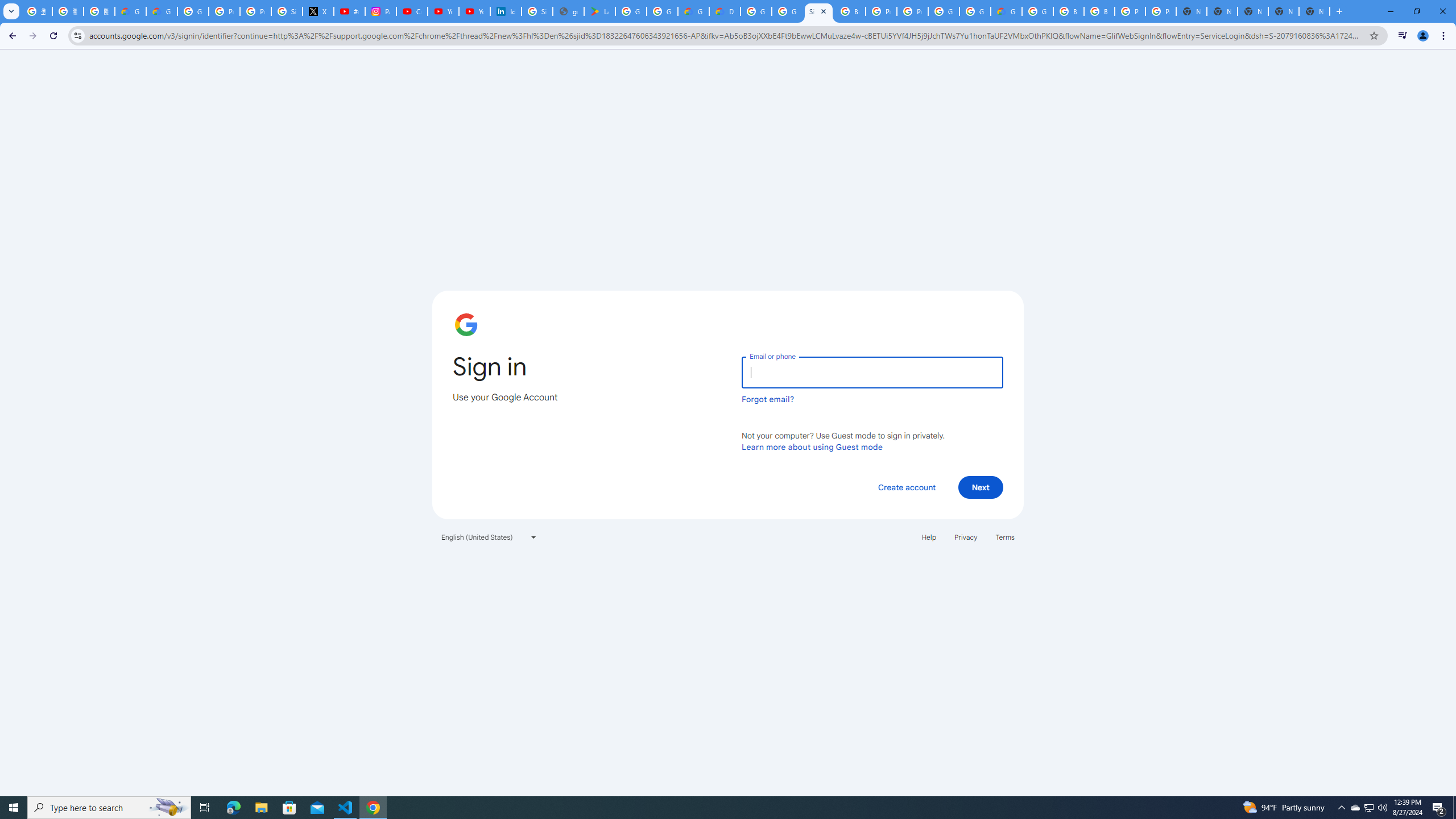  What do you see at coordinates (599, 11) in the screenshot?
I see `'Last Shelter: Survival - Apps on Google Play'` at bounding box center [599, 11].